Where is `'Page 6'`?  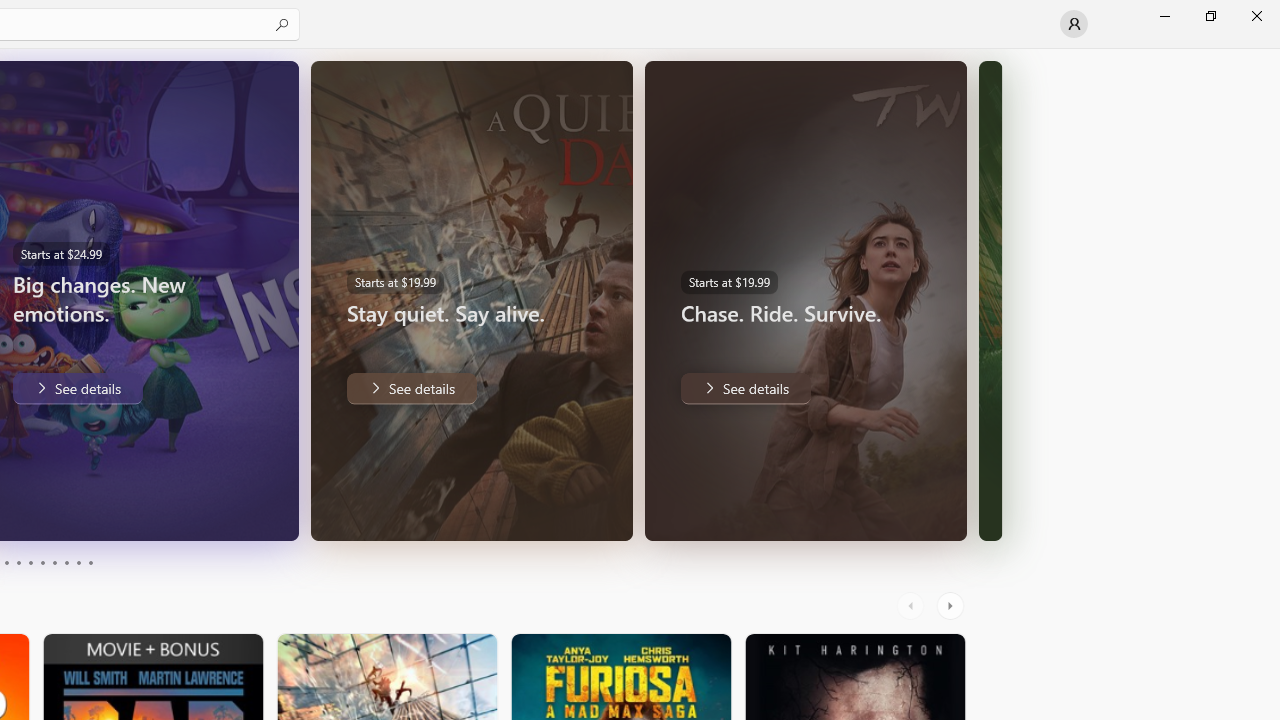 'Page 6' is located at coordinates (42, 563).